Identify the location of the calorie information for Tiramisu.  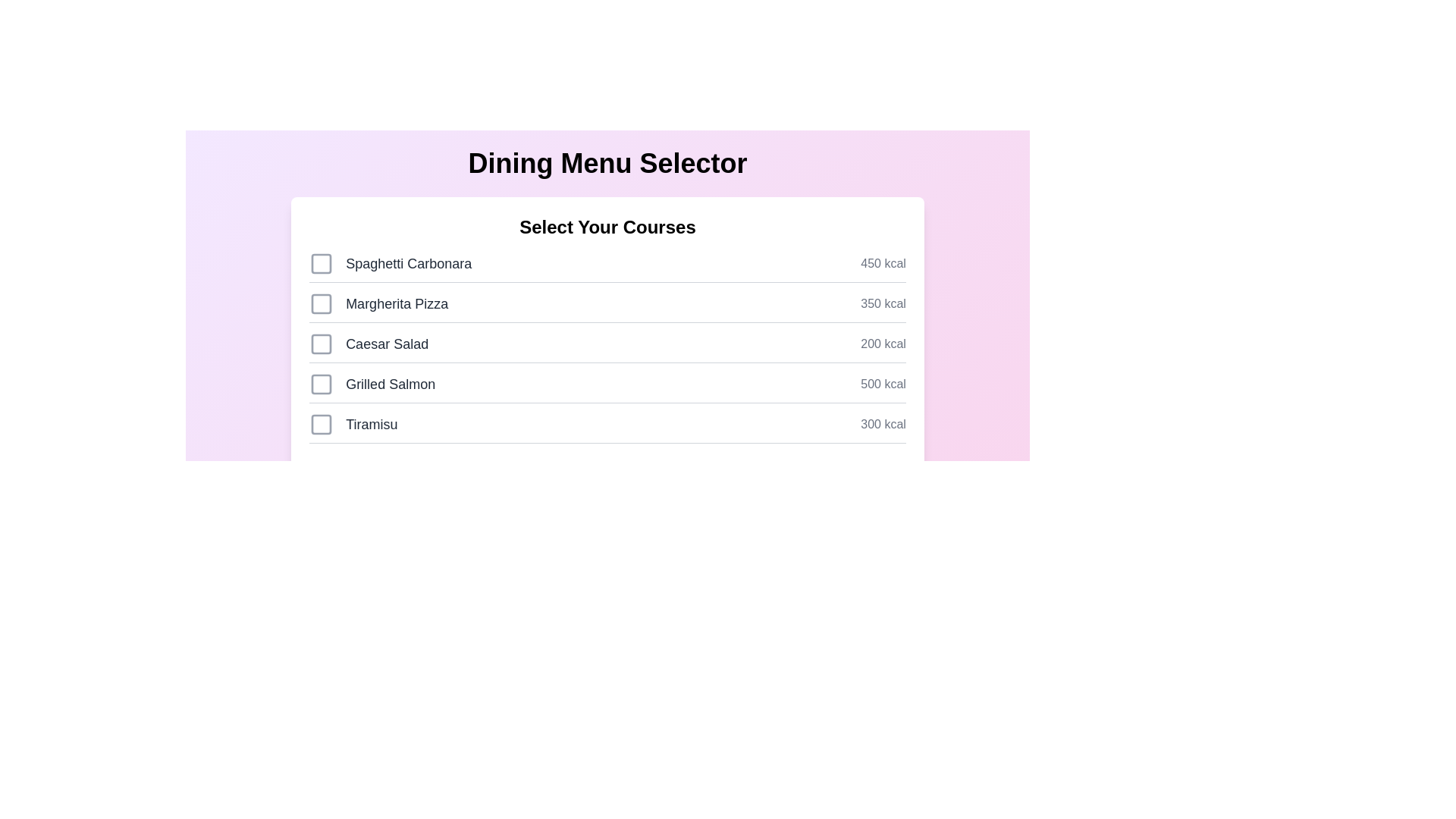
(883, 424).